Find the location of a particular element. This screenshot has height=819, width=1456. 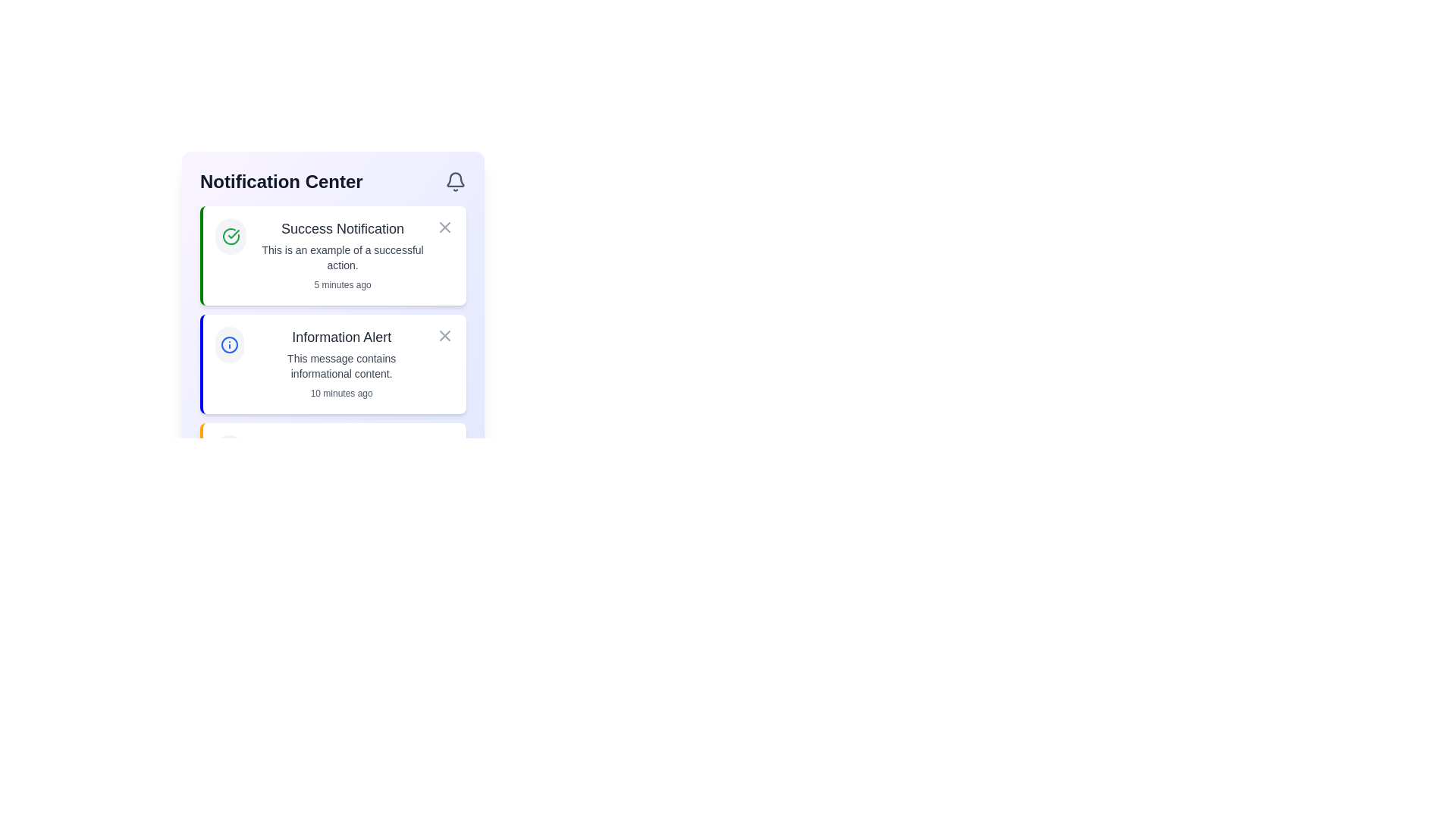

message in the first notification box, which has a green border on the left and contains the title 'Success Notification' and the message 'This is an example of a successful action.' is located at coordinates (332, 255).